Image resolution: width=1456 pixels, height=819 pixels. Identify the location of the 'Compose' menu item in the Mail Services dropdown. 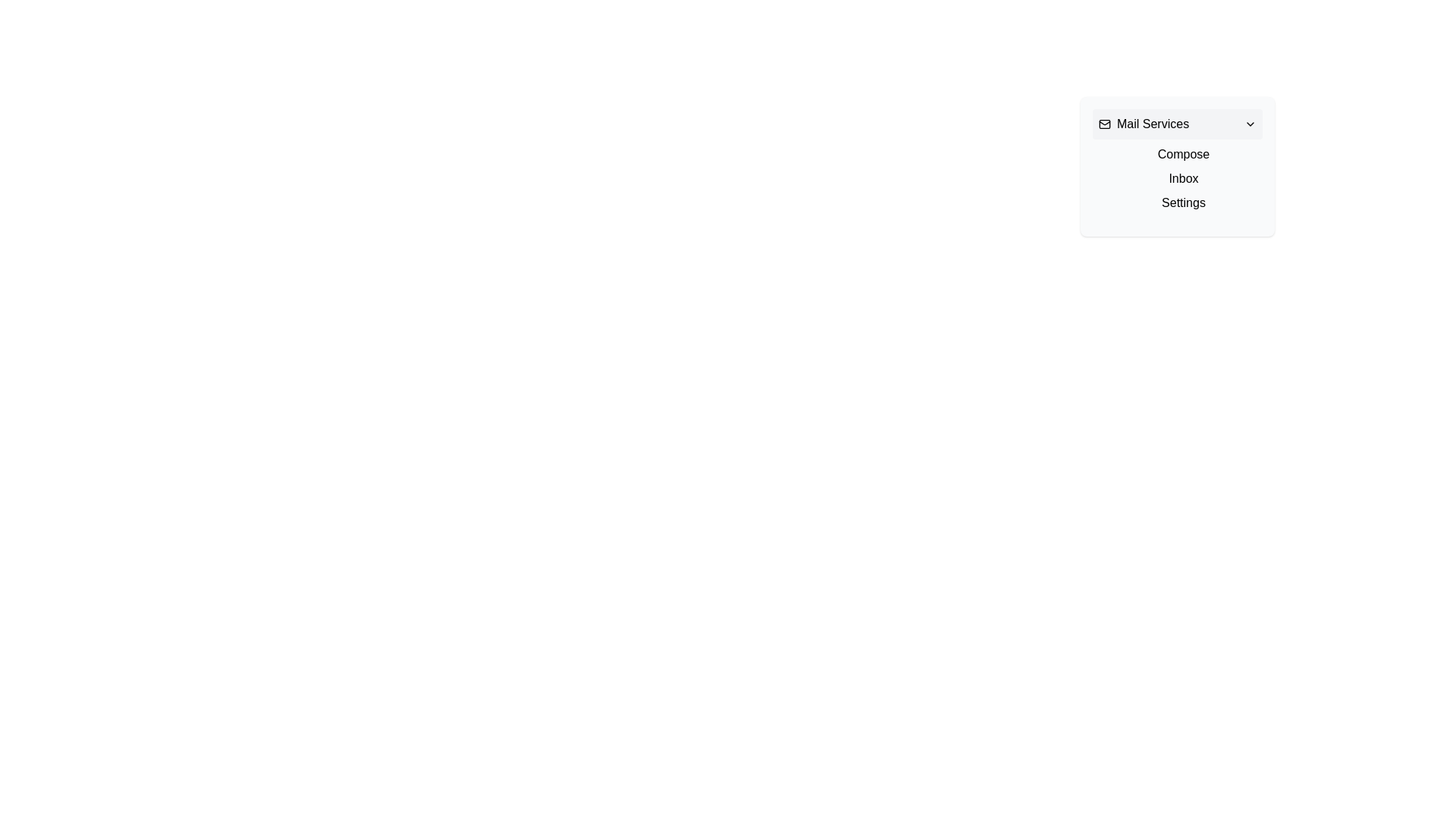
(1177, 161).